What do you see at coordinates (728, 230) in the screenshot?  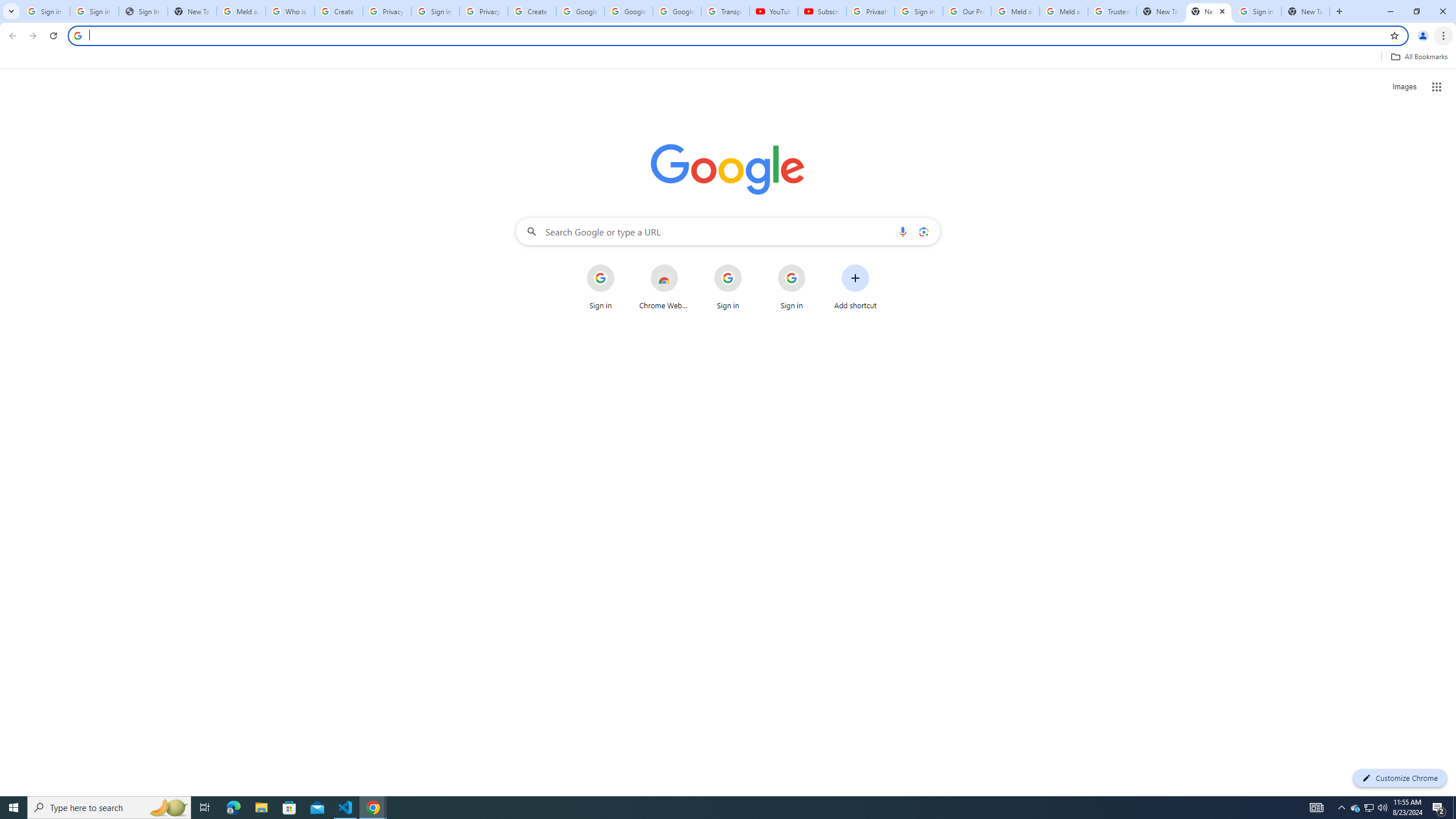 I see `'Search Google or type a URL'` at bounding box center [728, 230].